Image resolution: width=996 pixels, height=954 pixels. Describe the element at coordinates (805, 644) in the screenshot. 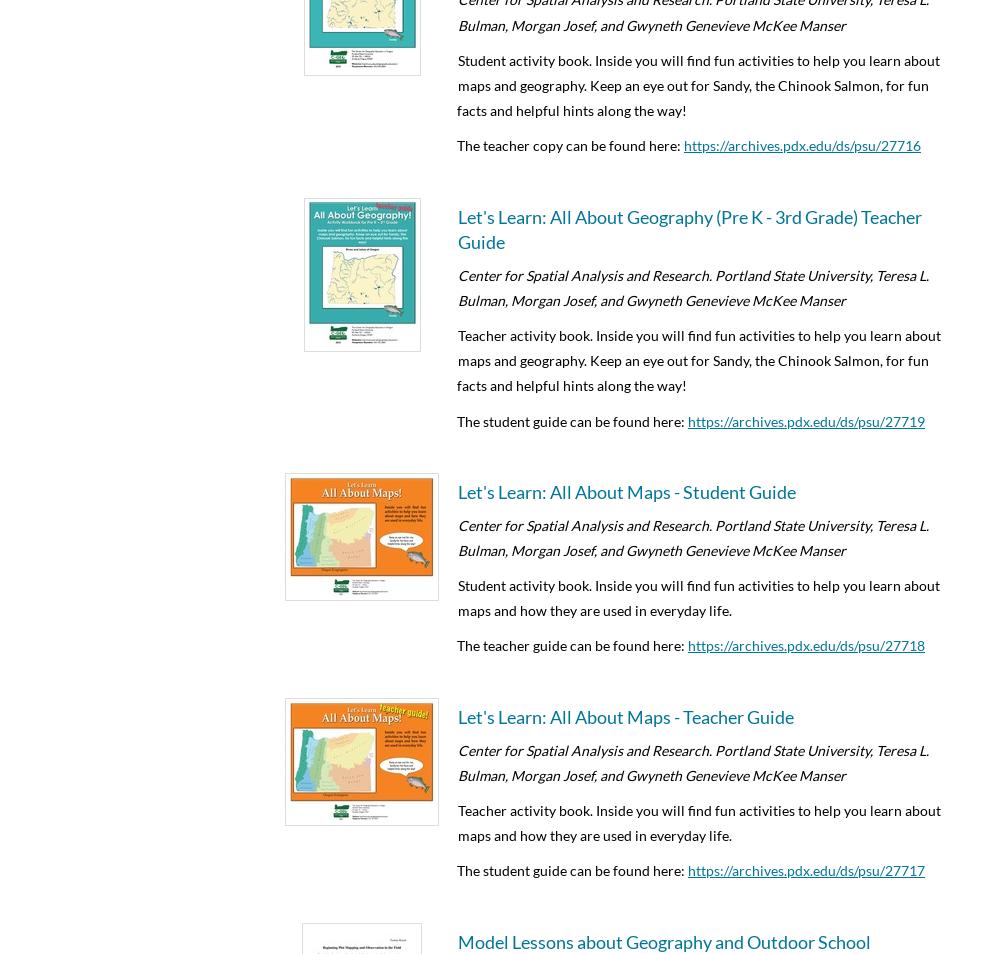

I see `'https://archives.pdx.edu/ds/psu/27718'` at that location.